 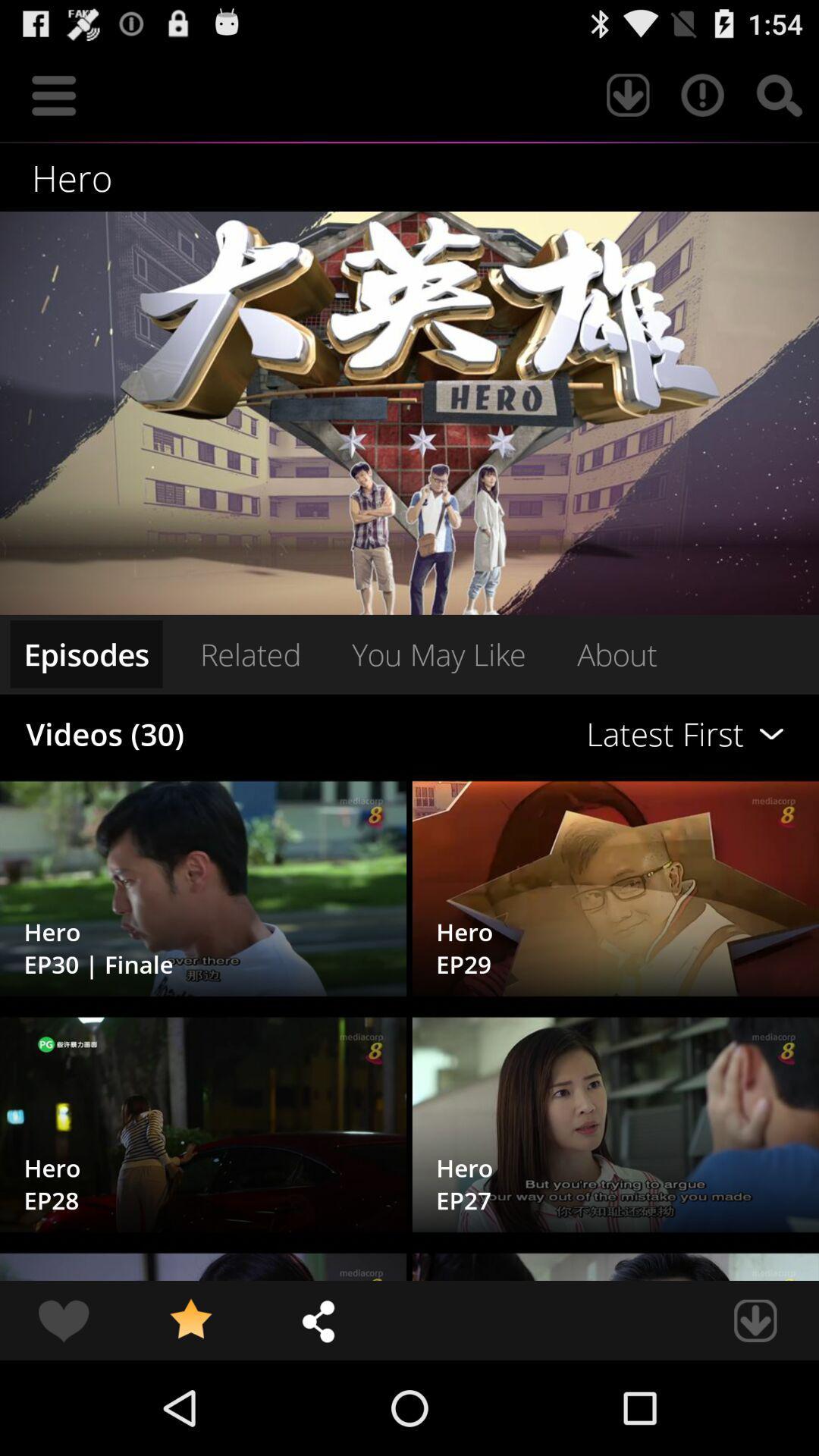 I want to click on the icon above hero item, so click(x=53, y=94).